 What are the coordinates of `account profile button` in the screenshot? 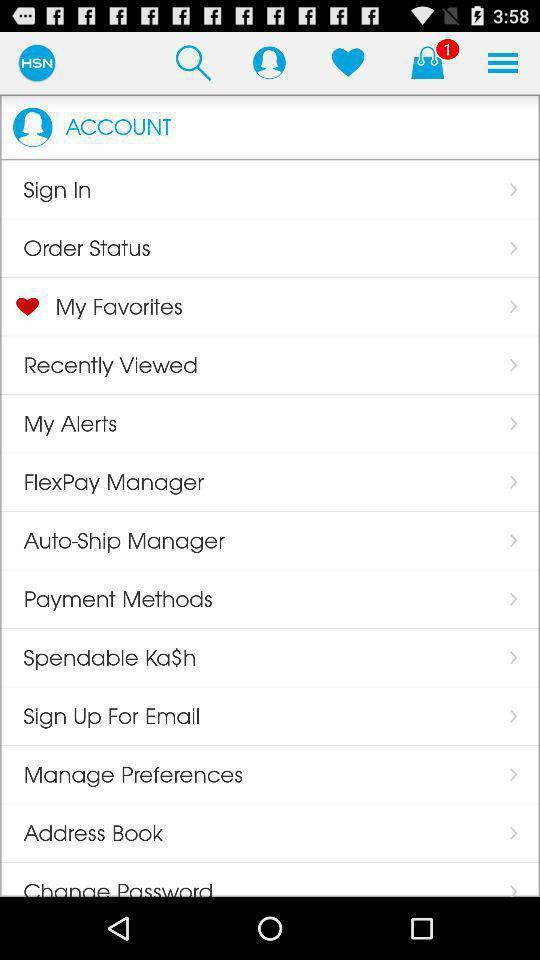 It's located at (269, 62).